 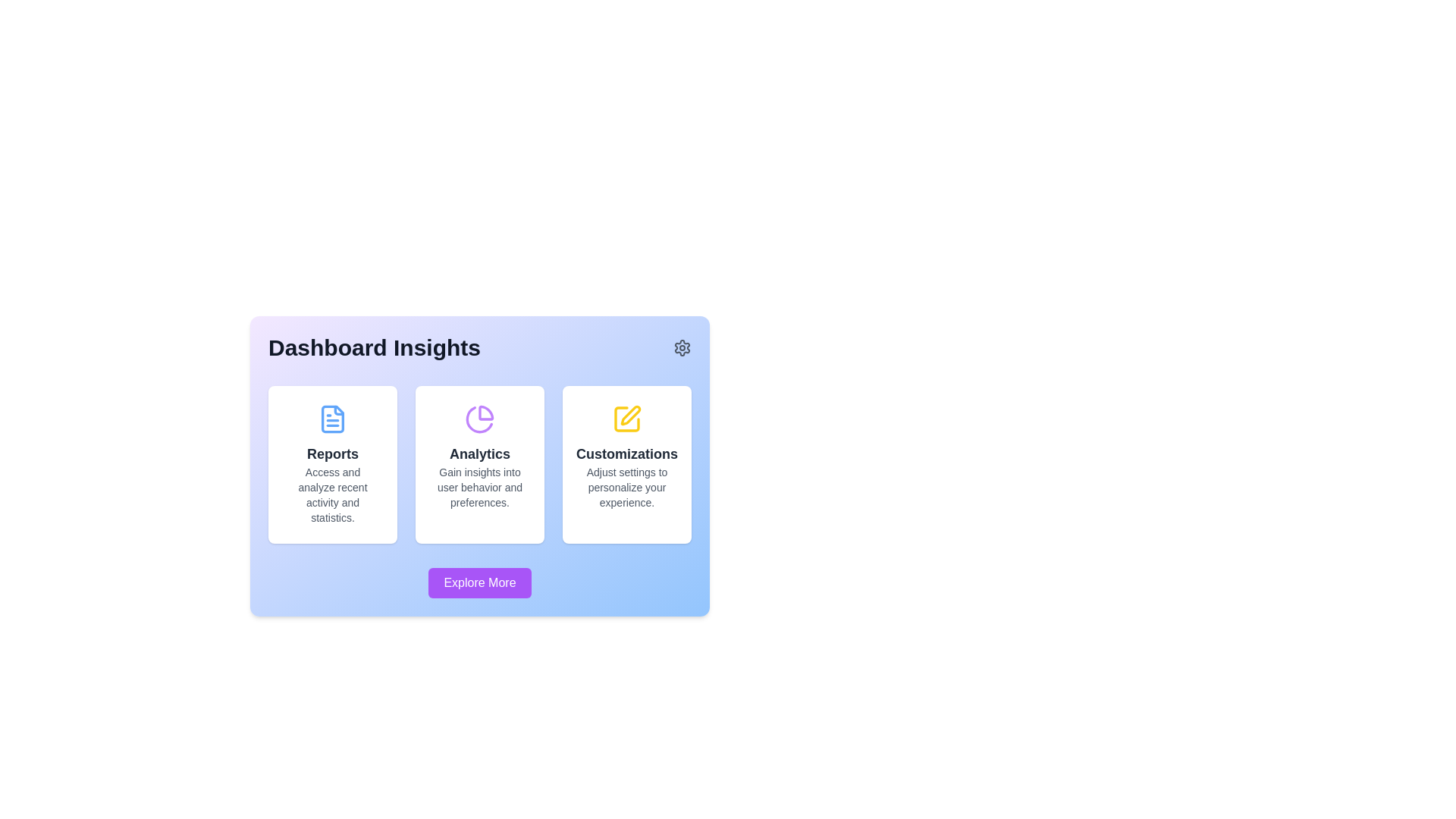 I want to click on the 'Analytics' icon, so click(x=479, y=419).